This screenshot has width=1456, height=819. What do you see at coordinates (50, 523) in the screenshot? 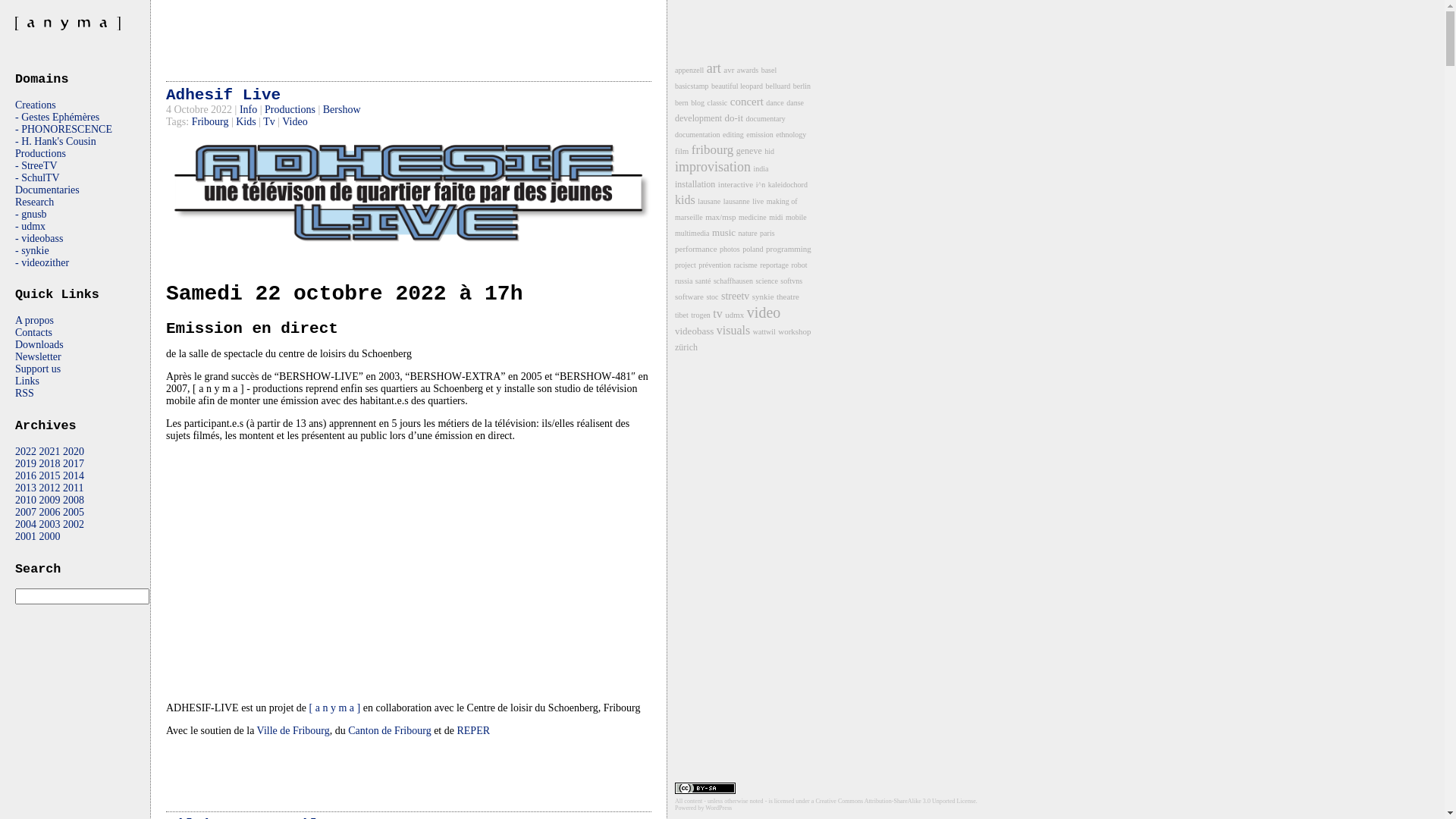
I see `'2003'` at bounding box center [50, 523].